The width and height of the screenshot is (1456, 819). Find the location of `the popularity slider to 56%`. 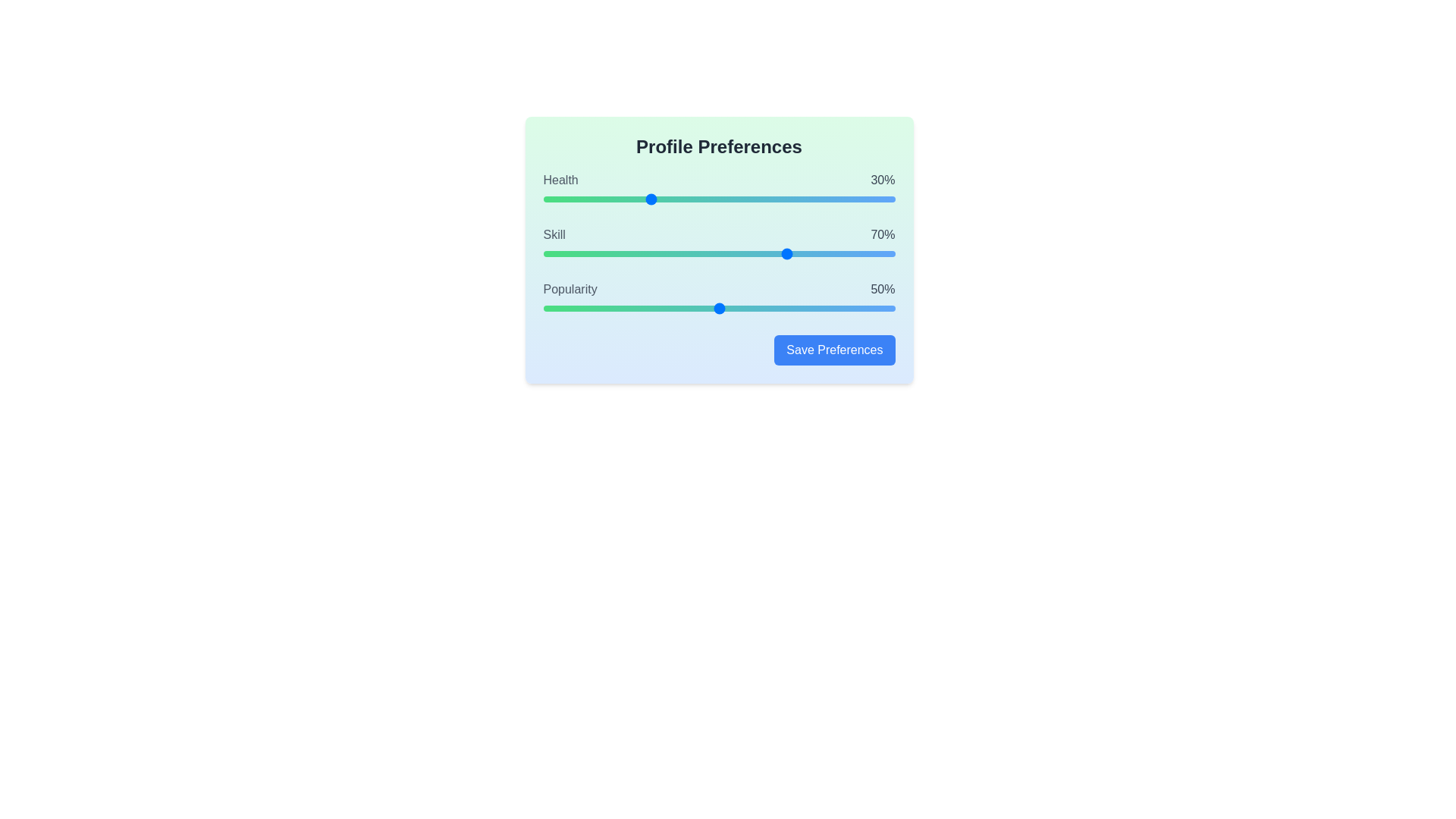

the popularity slider to 56% is located at coordinates (740, 308).